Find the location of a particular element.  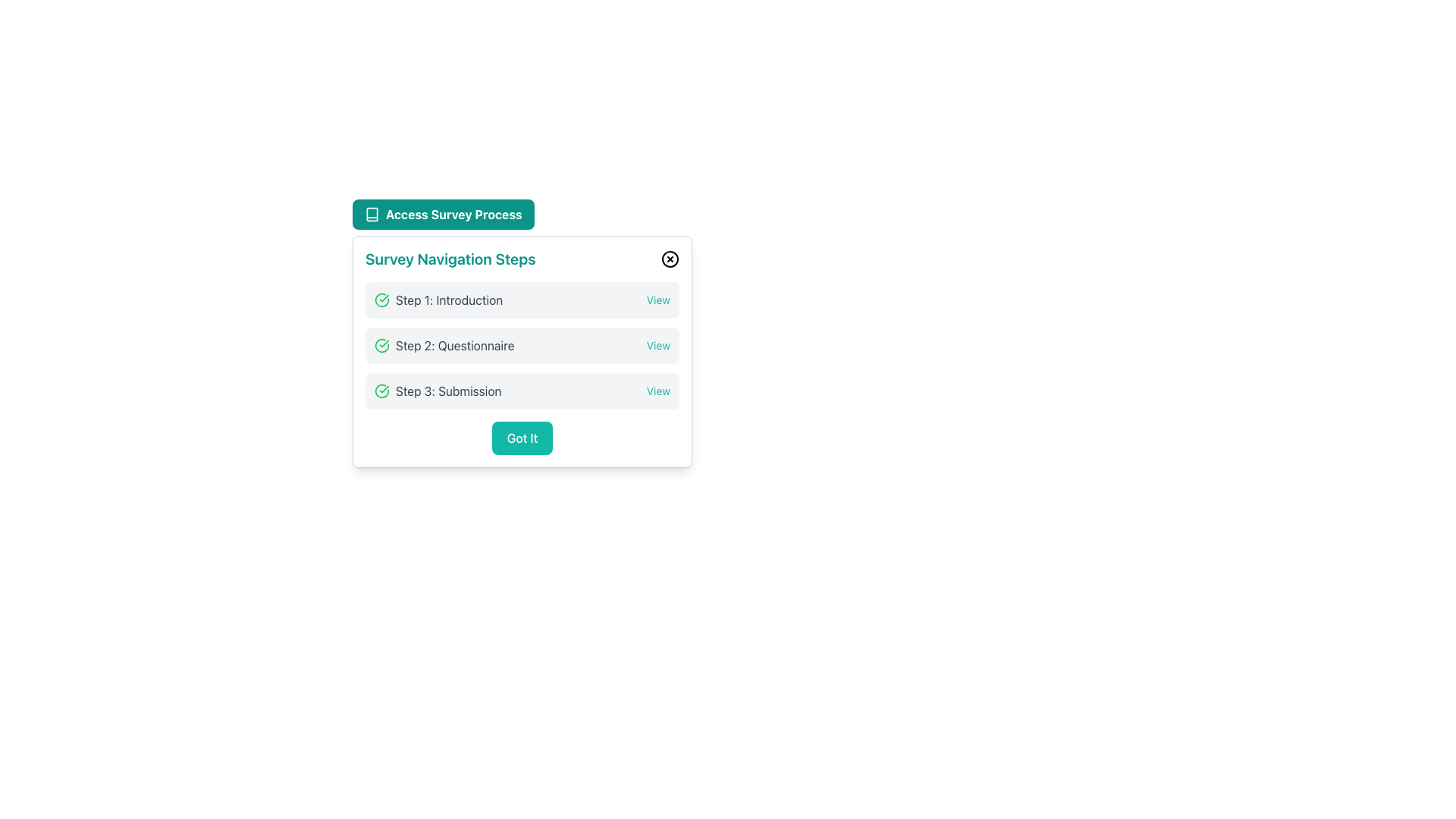

the small book-like icon located in the green header bar labeled 'Access Survey Process', positioned to the left of the text is located at coordinates (372, 214).